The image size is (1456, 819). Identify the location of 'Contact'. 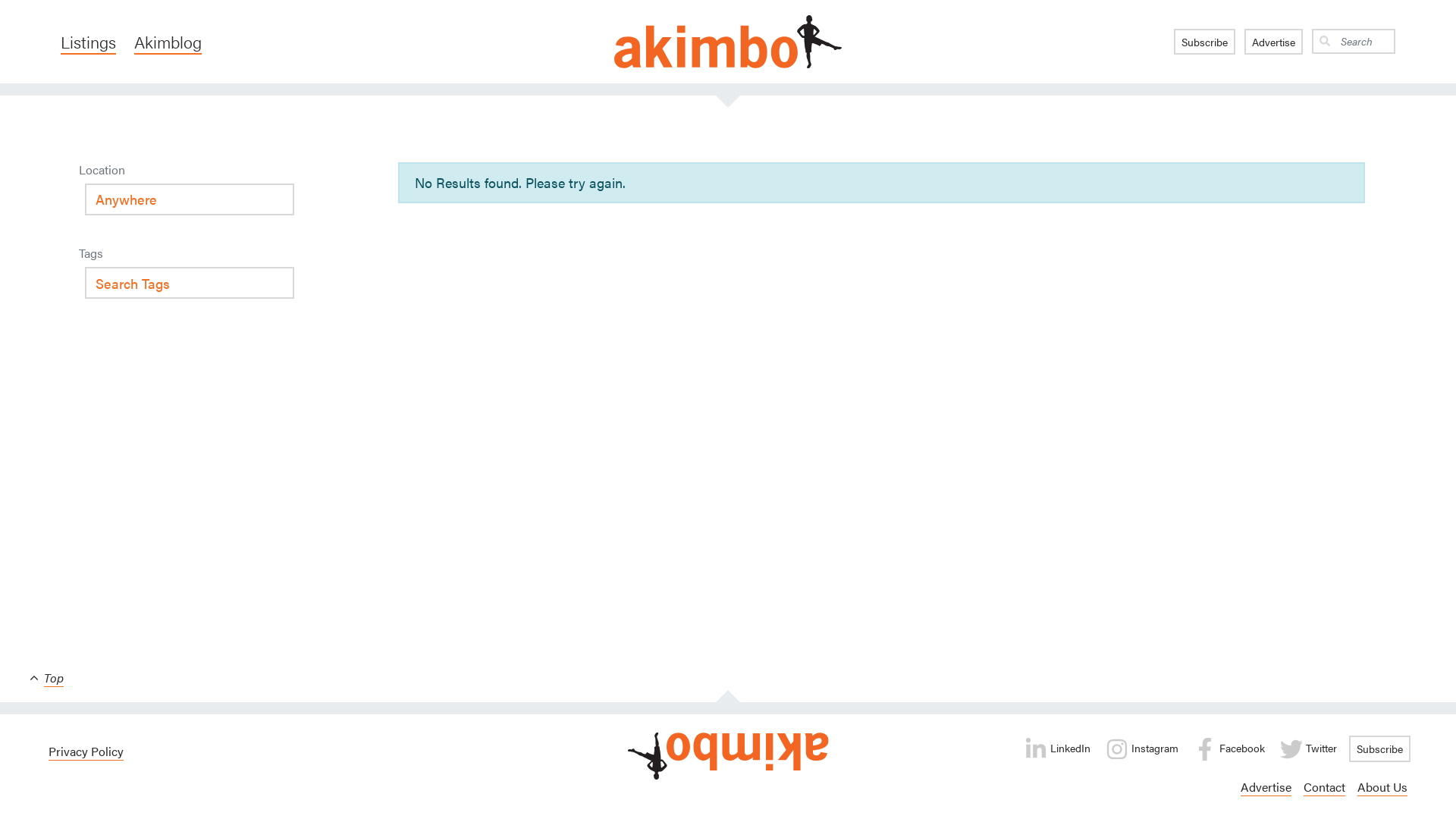
(1323, 786).